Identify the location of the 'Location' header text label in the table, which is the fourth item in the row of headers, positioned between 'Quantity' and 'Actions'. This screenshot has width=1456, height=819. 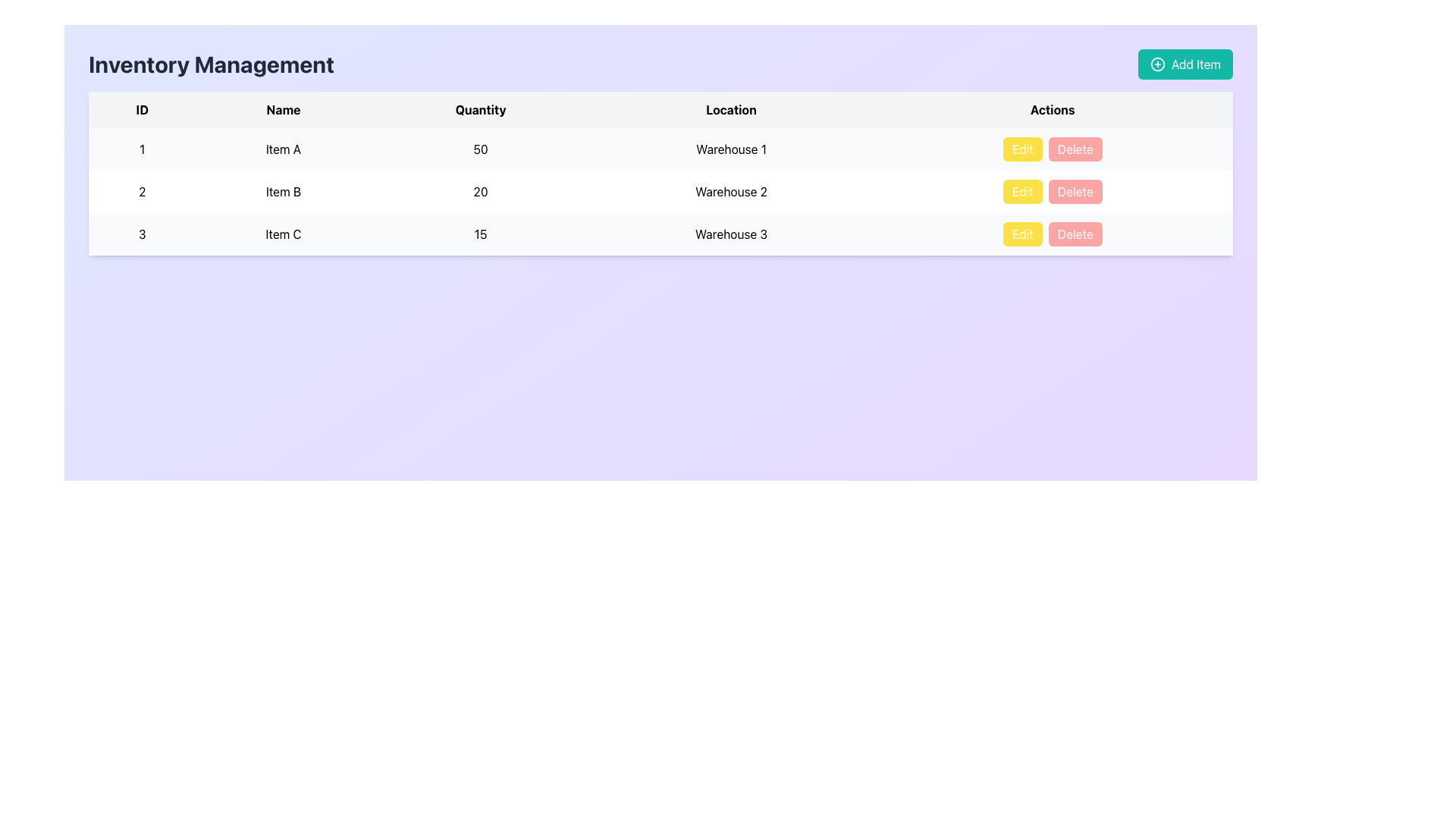
(731, 109).